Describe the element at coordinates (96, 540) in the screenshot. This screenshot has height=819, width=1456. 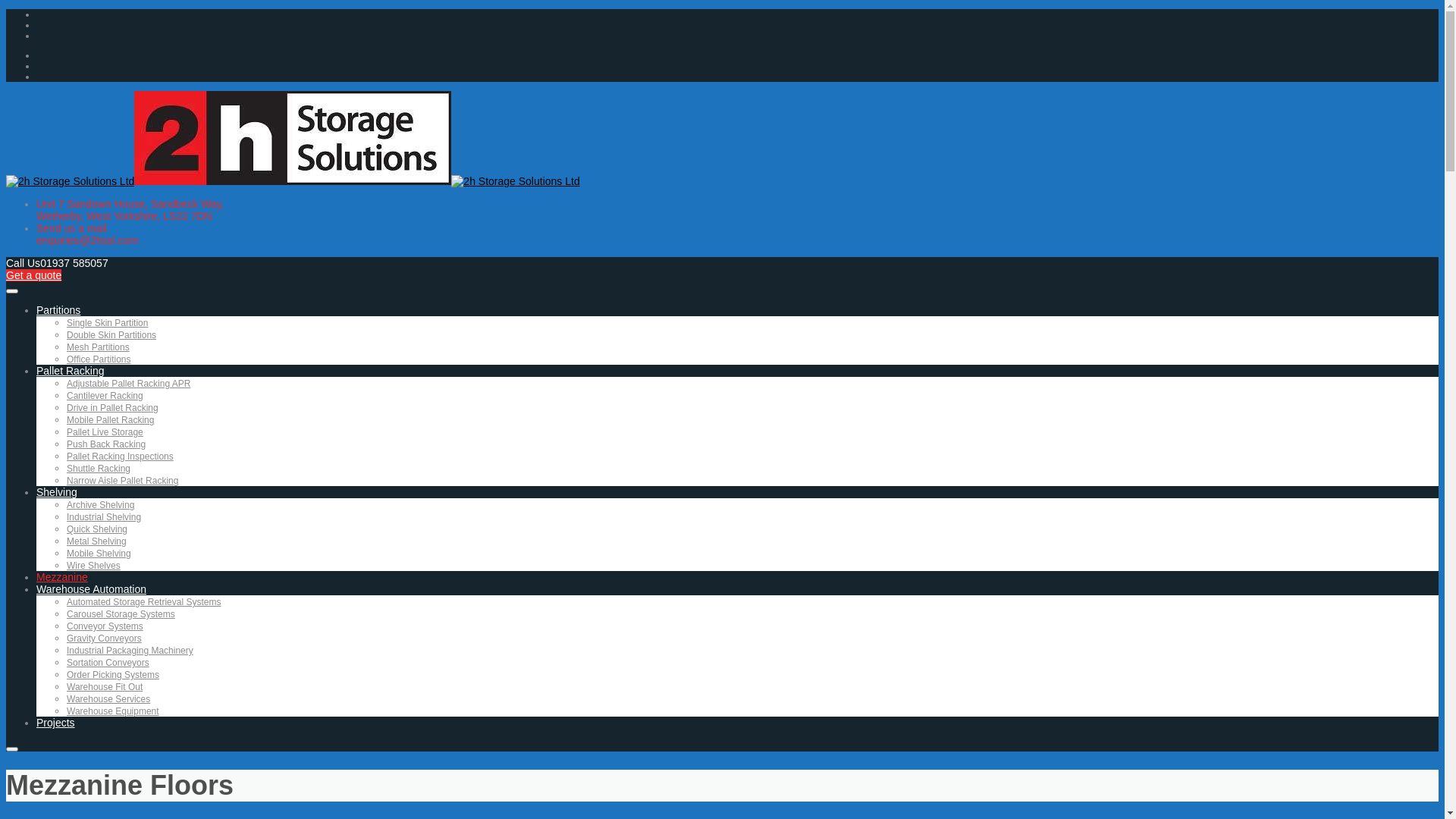
I see `'Metal Shelving'` at that location.